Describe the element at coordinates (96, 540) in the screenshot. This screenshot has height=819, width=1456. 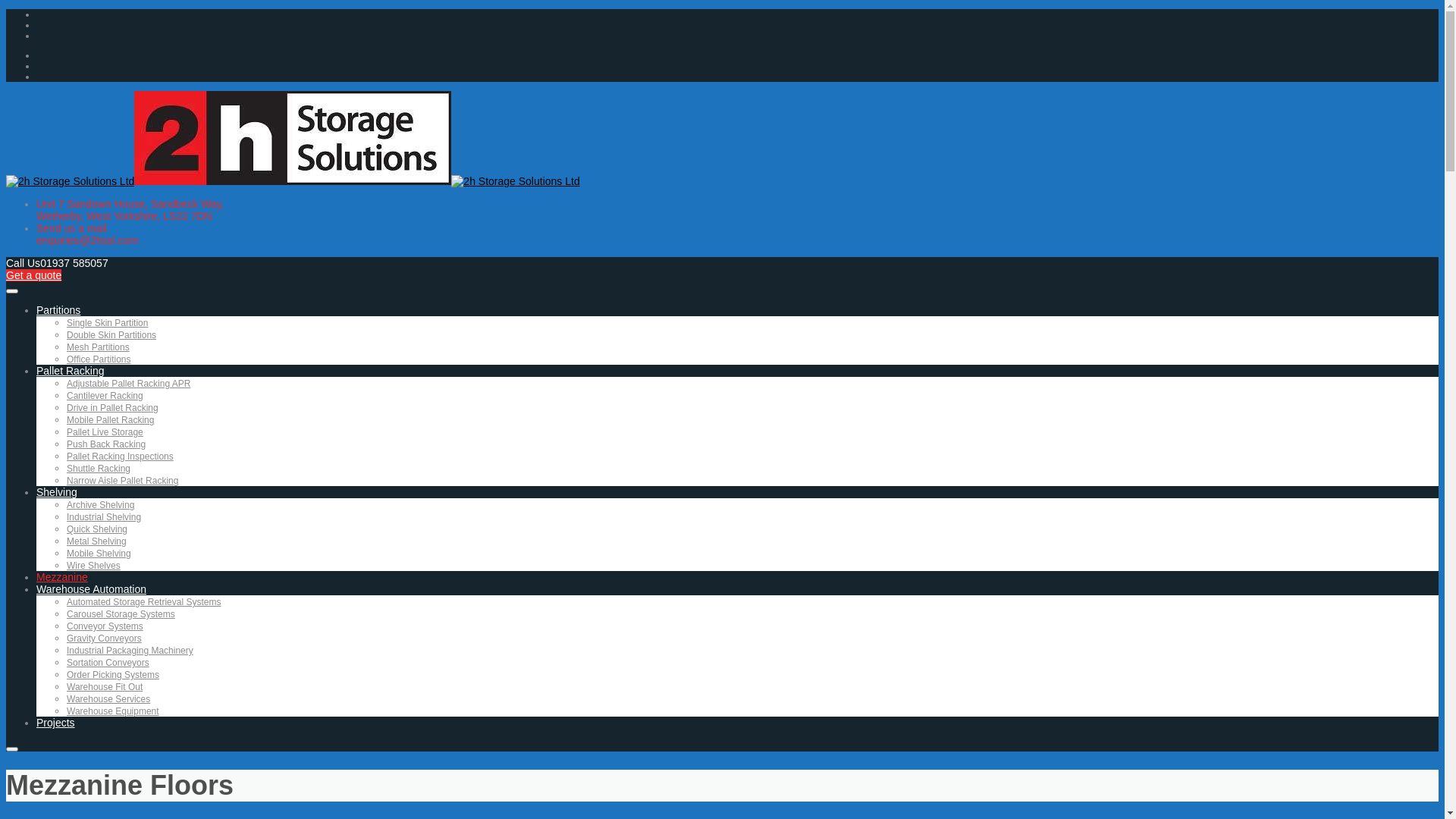
I see `'Metal Shelving'` at that location.